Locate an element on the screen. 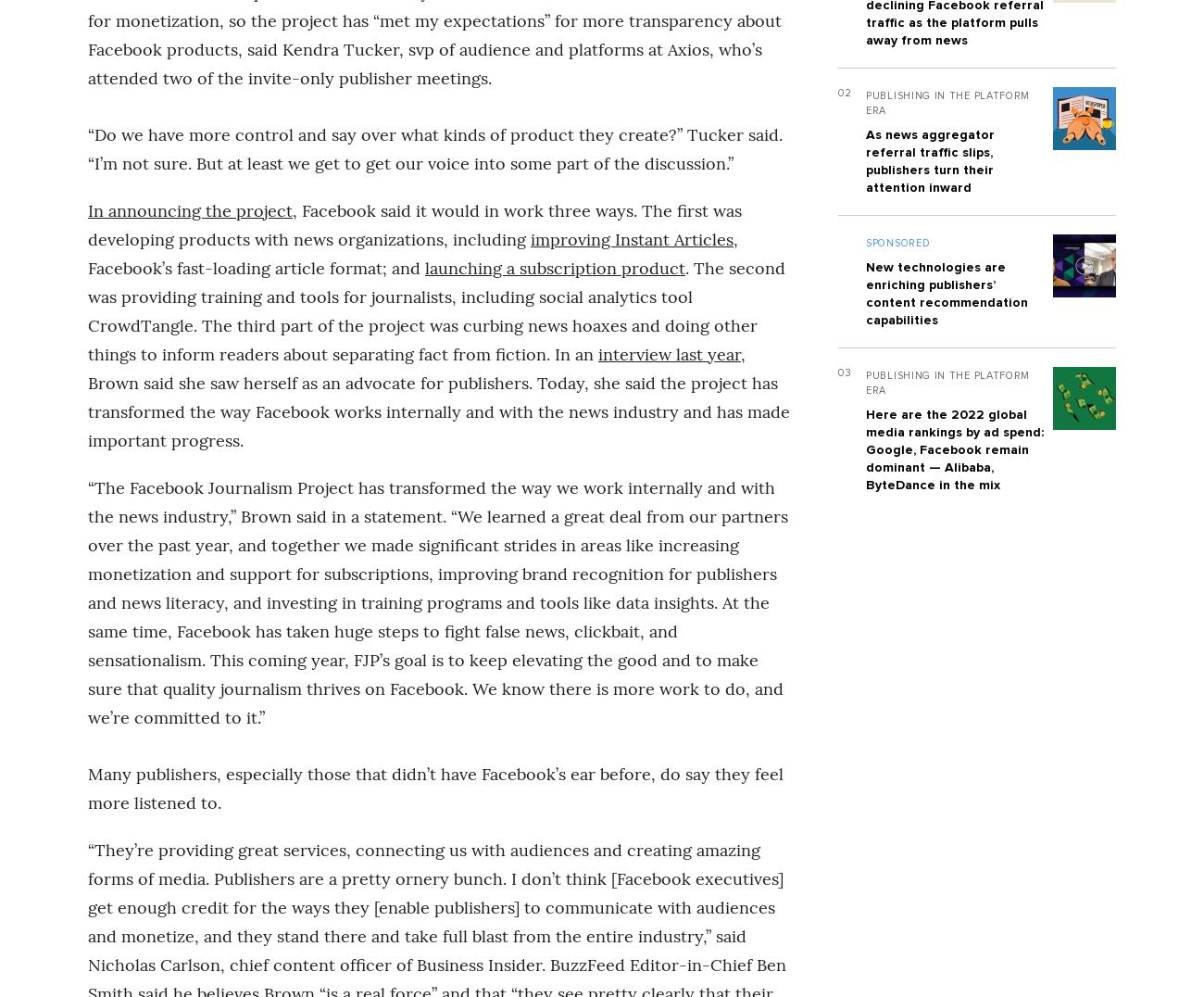  ', Brown said she saw herself as an advocate for publishers. Today, she said the project has transformed the way Facebook works internally and with the news industry and has made important progress.' is located at coordinates (437, 397).